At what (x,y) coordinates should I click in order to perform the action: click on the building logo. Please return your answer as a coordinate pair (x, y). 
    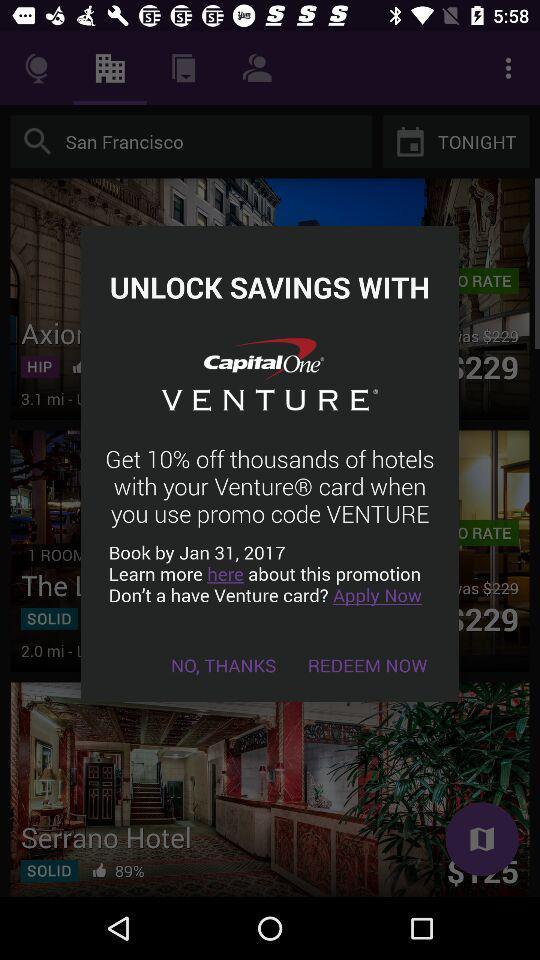
    Looking at the image, I should click on (110, 68).